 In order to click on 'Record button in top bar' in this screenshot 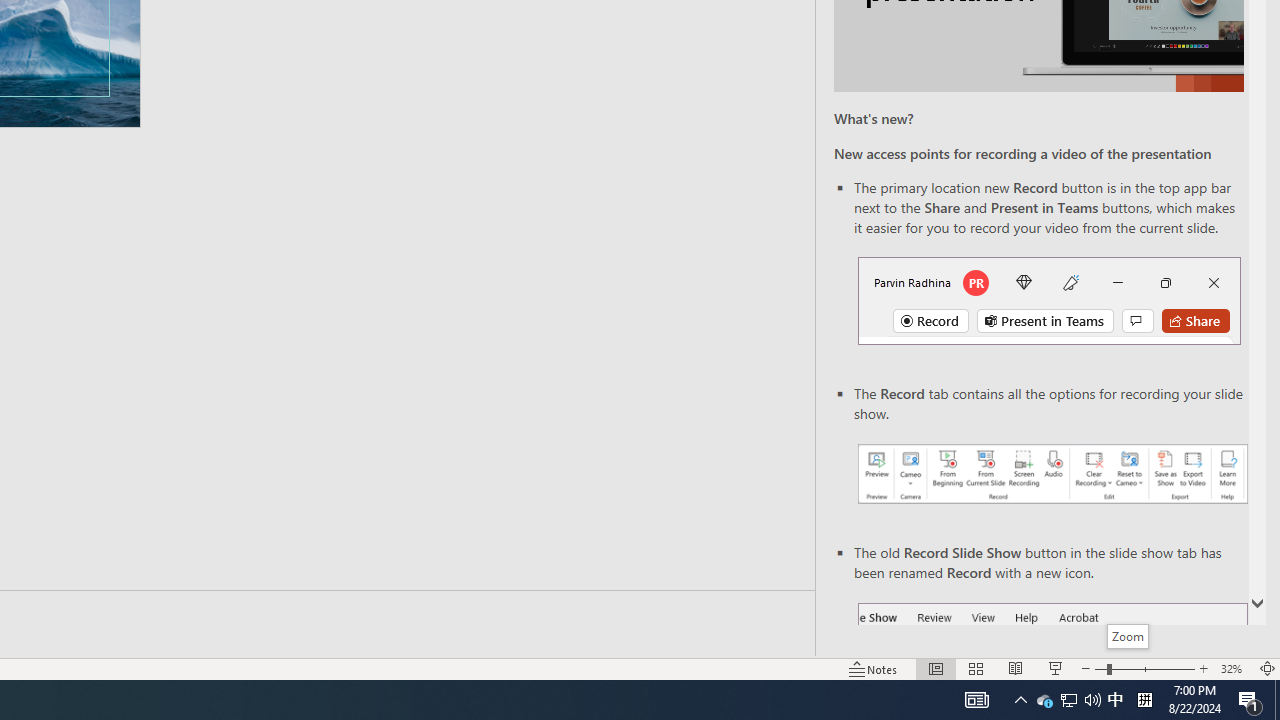, I will do `click(1048, 300)`.